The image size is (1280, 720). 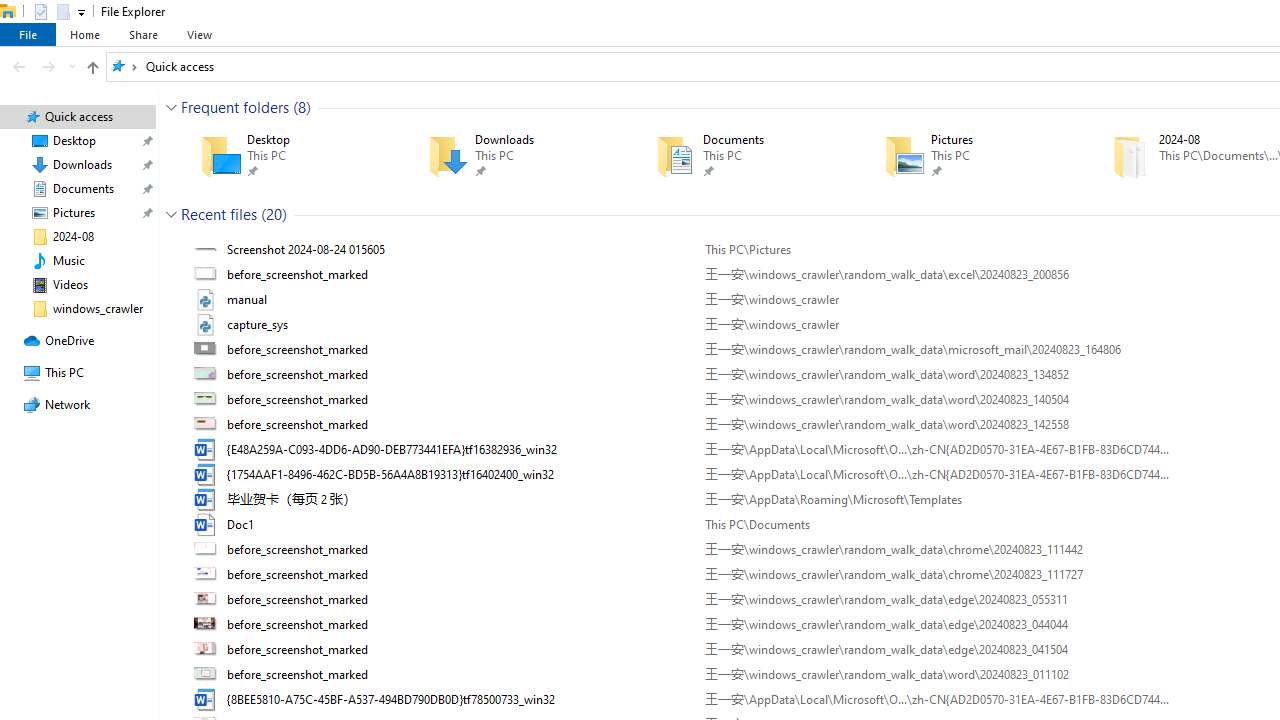 What do you see at coordinates (91, 67) in the screenshot?
I see `'Up to "Desktop" (Alt + Up Arrow)'` at bounding box center [91, 67].